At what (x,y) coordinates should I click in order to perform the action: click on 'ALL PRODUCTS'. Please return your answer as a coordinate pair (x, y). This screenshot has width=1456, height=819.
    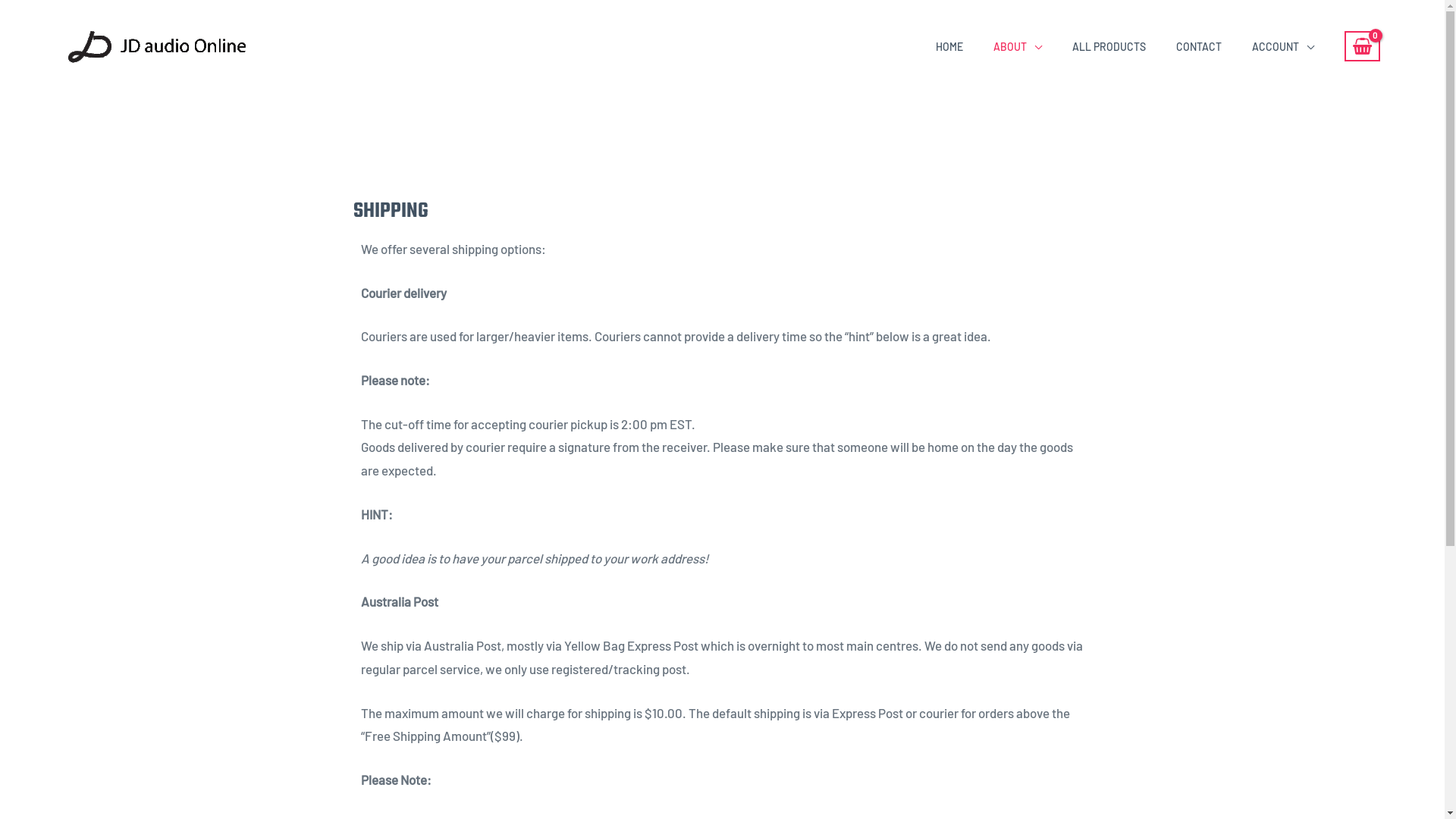
    Looking at the image, I should click on (1109, 45).